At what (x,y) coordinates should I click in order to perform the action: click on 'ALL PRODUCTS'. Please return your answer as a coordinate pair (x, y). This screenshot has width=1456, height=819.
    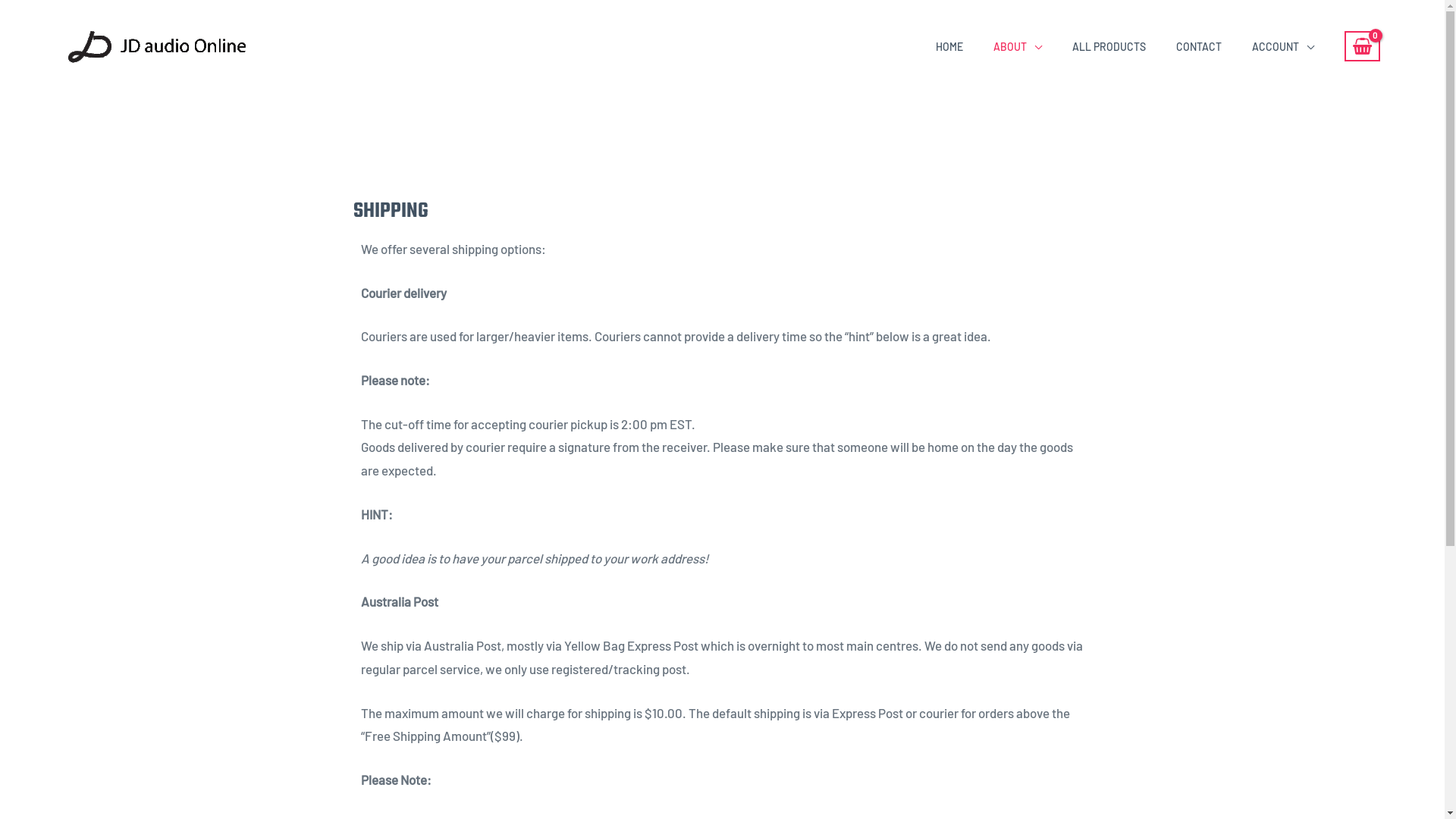
    Looking at the image, I should click on (1109, 45).